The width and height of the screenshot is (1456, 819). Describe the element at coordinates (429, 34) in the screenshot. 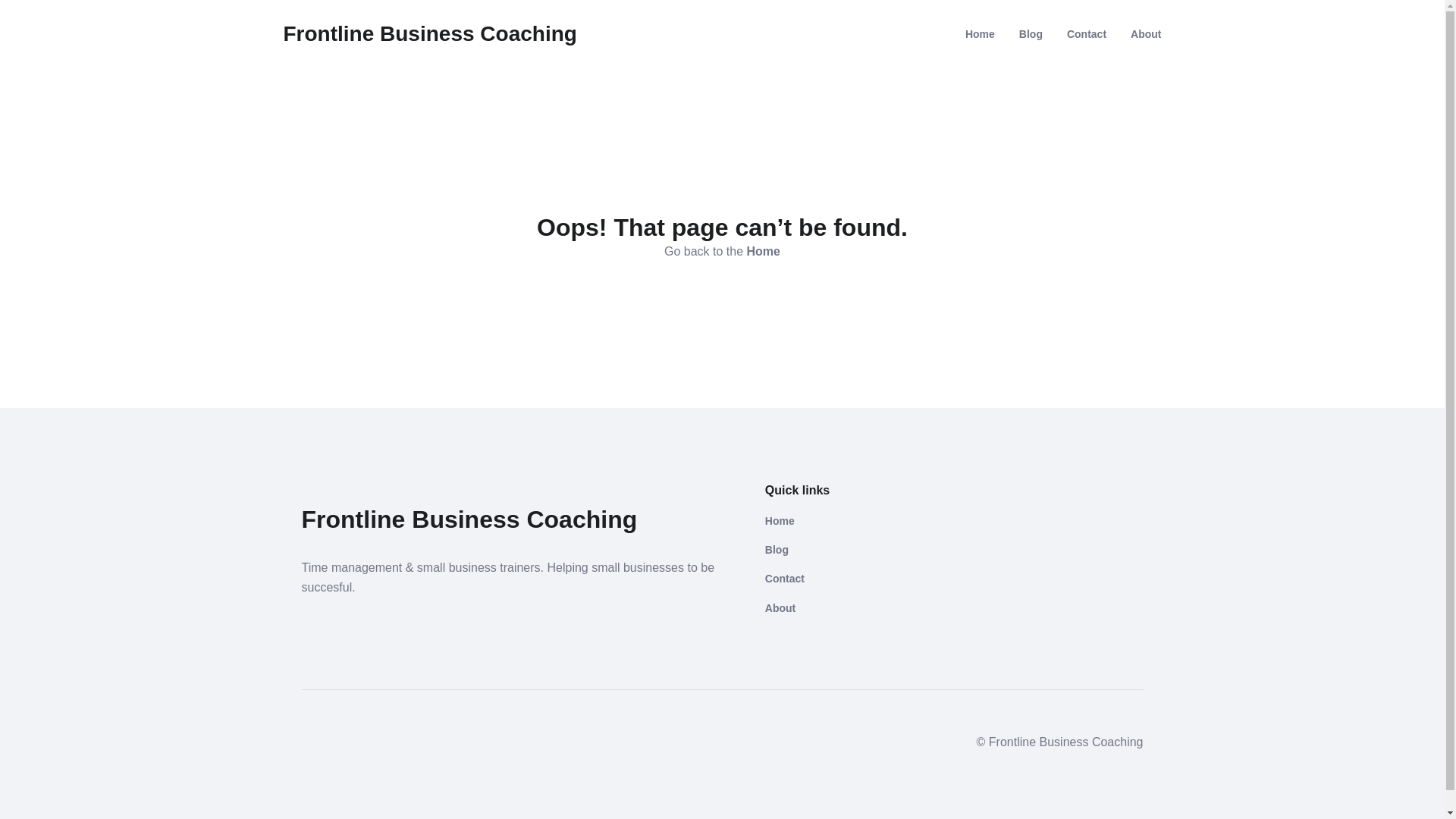

I see `'Frontline Business Coaching'` at that location.